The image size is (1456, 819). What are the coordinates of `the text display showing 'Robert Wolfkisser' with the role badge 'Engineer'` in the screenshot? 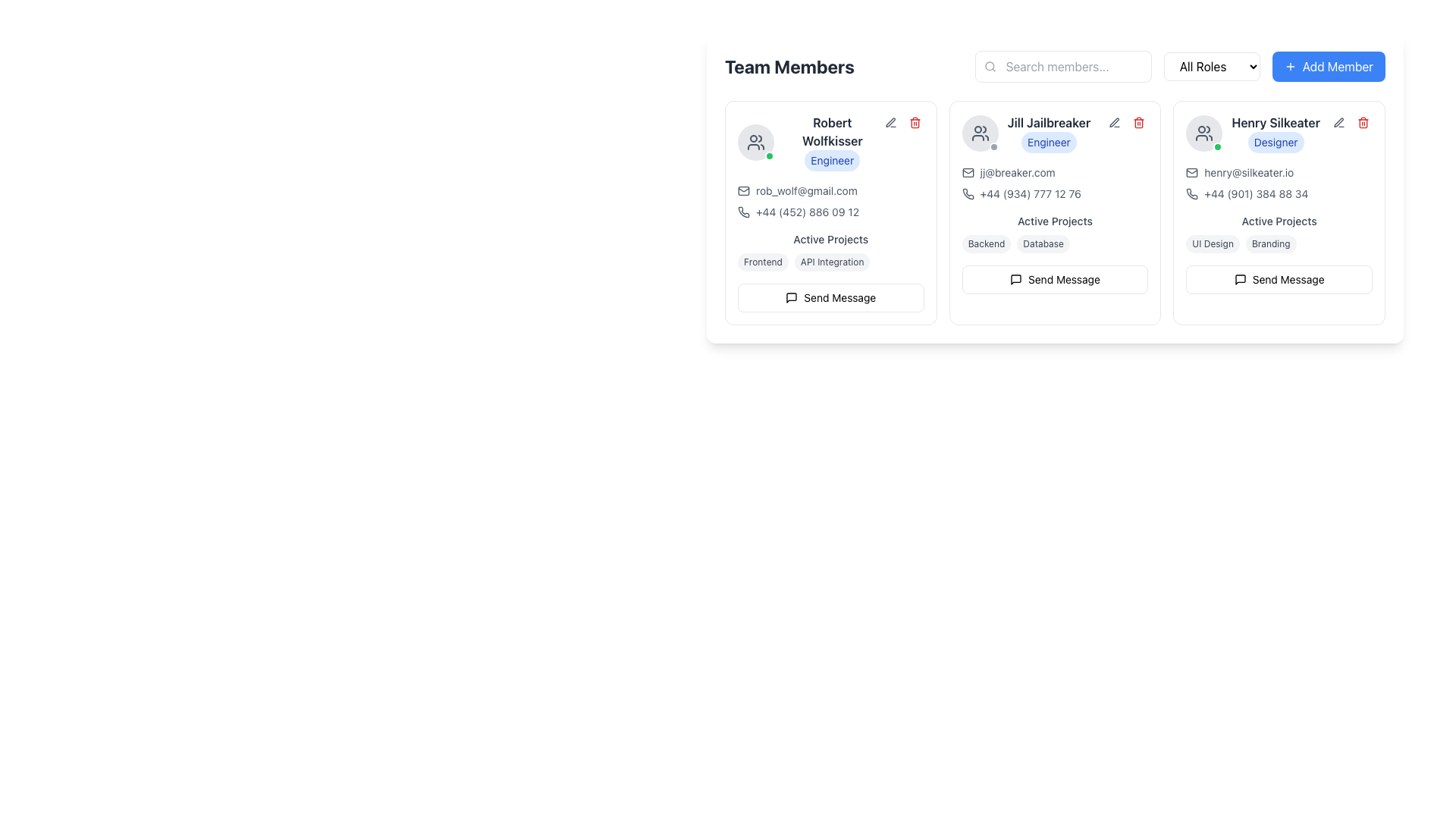 It's located at (831, 143).